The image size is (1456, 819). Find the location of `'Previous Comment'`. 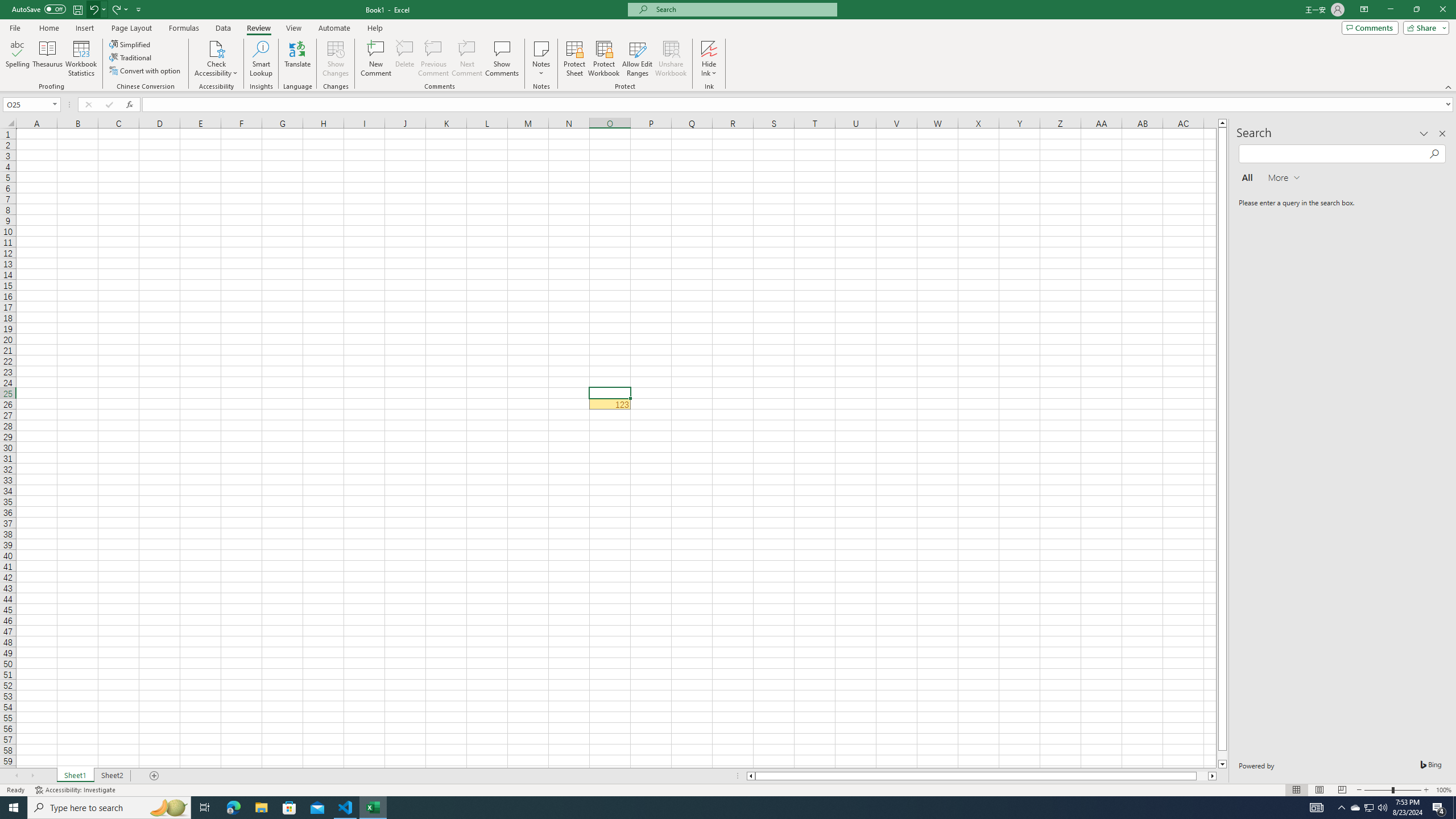

'Previous Comment' is located at coordinates (433, 59).